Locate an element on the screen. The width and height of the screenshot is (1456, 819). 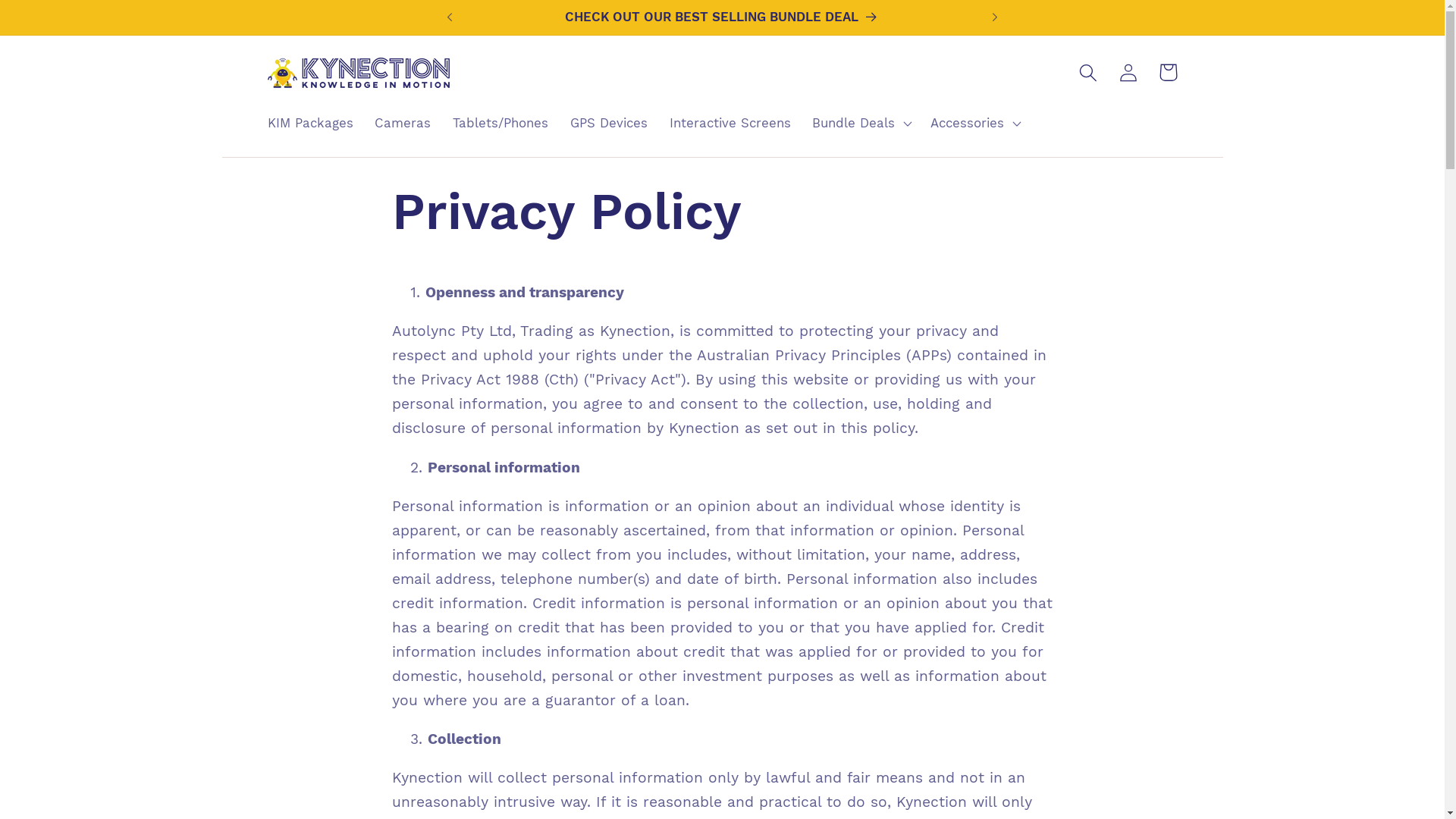
'KIM Packages' is located at coordinates (256, 122).